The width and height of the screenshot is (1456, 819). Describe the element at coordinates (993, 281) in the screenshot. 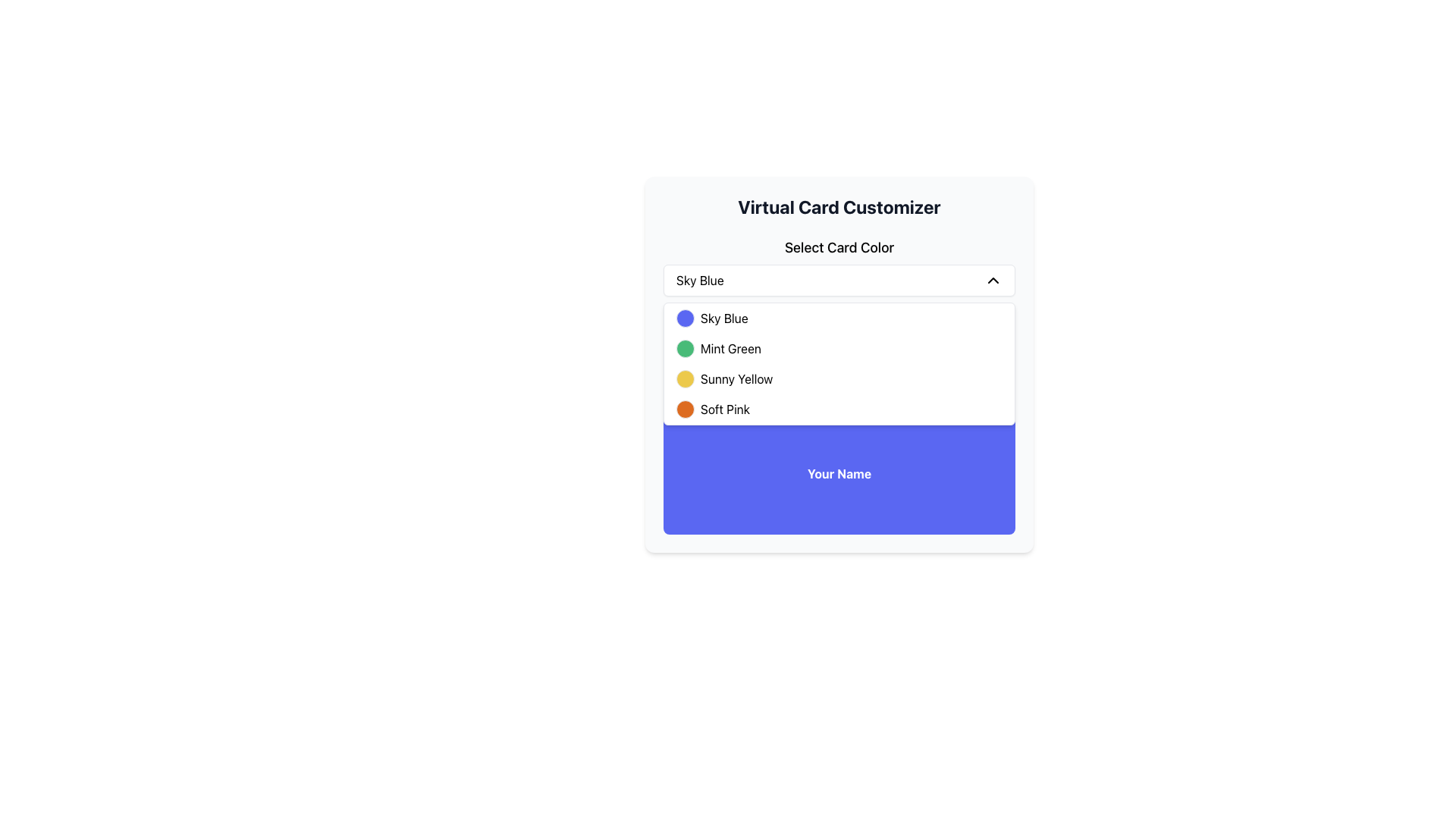

I see `the chevron-up icon located at the far right of the 'Sky Blue' dropdown menu header` at that location.